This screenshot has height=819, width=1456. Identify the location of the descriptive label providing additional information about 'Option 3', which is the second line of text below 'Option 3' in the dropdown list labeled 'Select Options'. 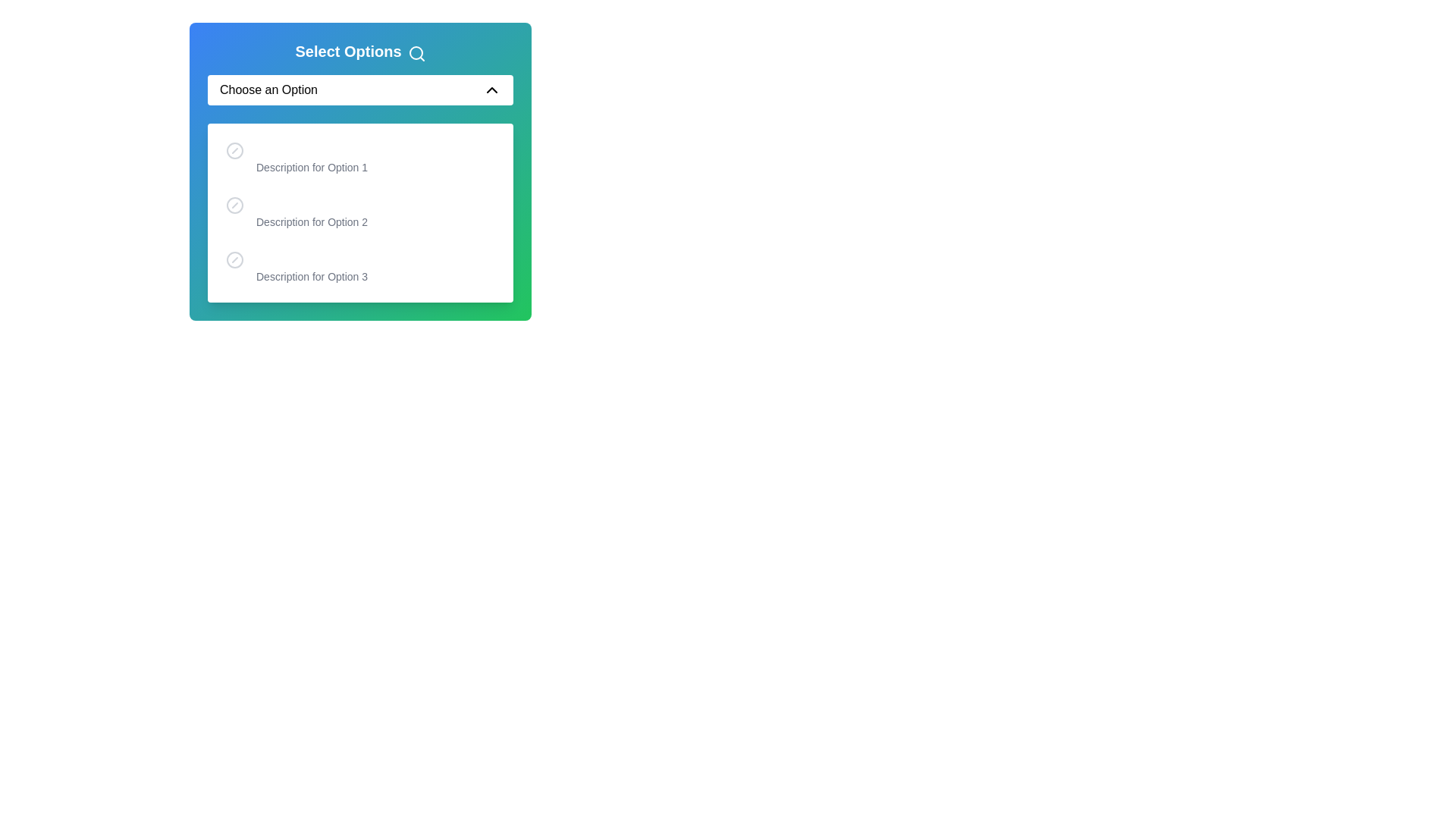
(311, 276).